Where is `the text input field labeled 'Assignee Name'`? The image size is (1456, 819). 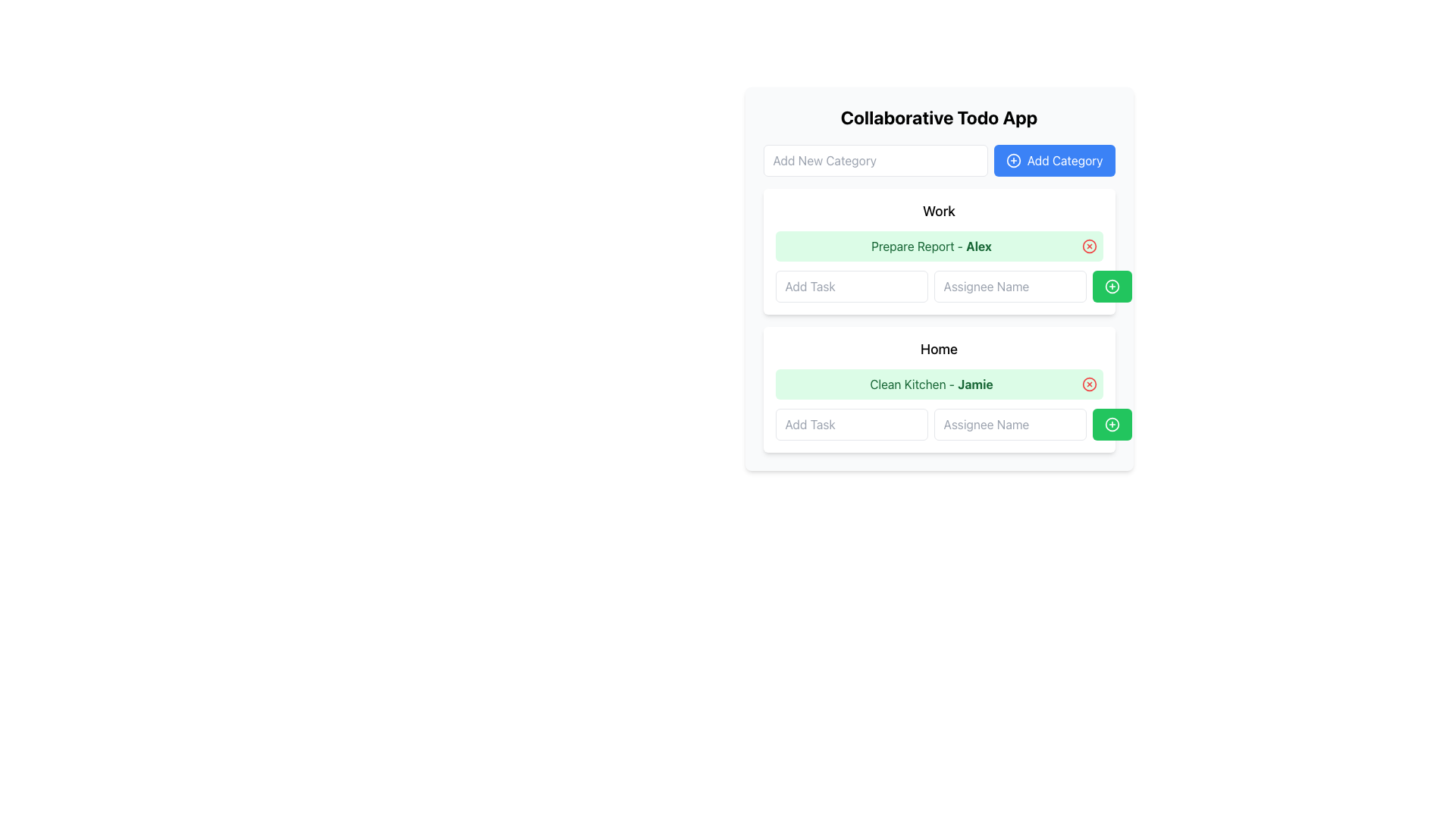 the text input field labeled 'Assignee Name' is located at coordinates (1009, 287).